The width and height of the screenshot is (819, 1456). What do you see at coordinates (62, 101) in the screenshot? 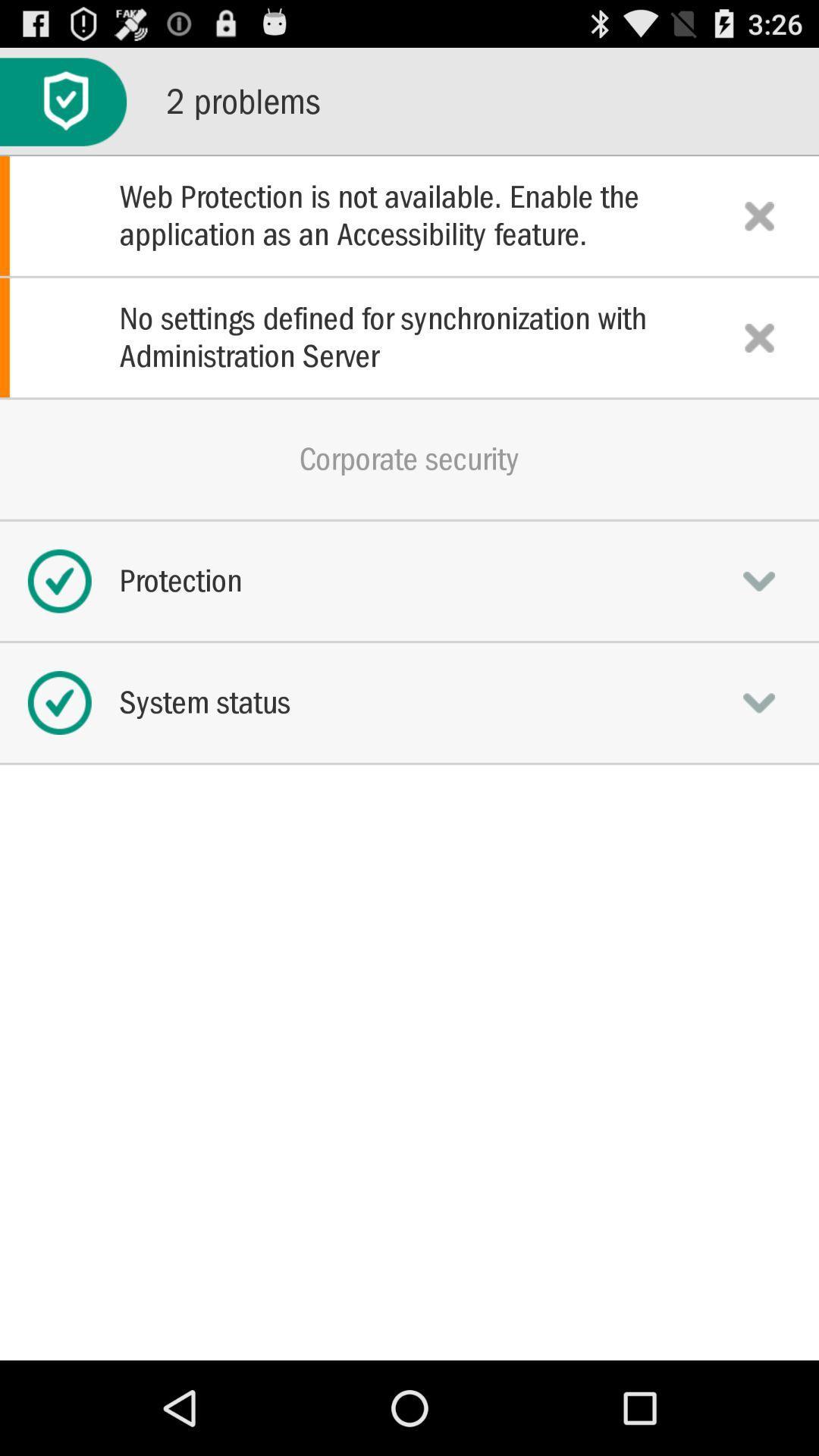
I see `the app to the left of 2 problems icon` at bounding box center [62, 101].